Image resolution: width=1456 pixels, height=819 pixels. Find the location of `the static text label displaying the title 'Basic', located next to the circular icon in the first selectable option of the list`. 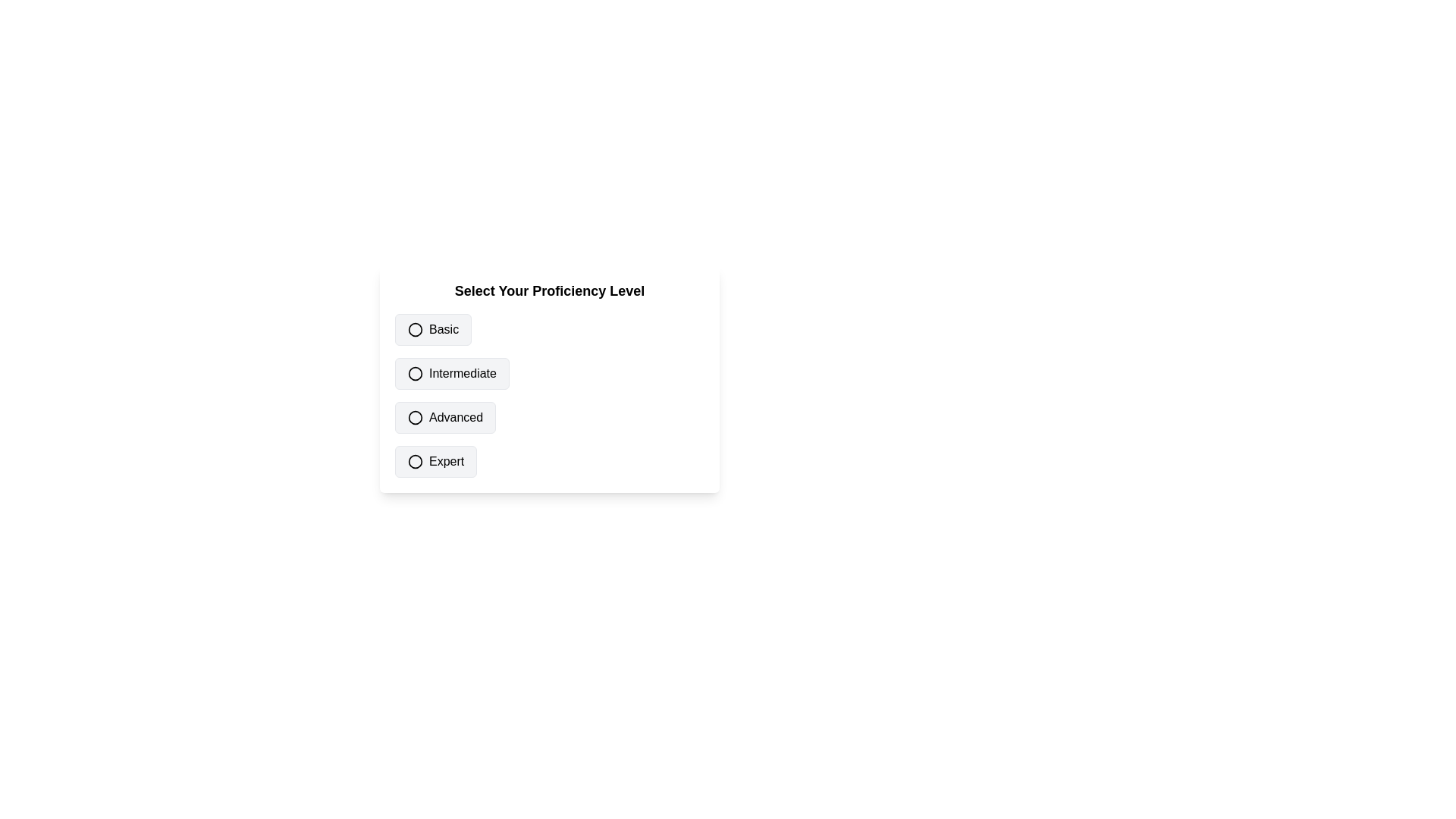

the static text label displaying the title 'Basic', located next to the circular icon in the first selectable option of the list is located at coordinates (443, 329).